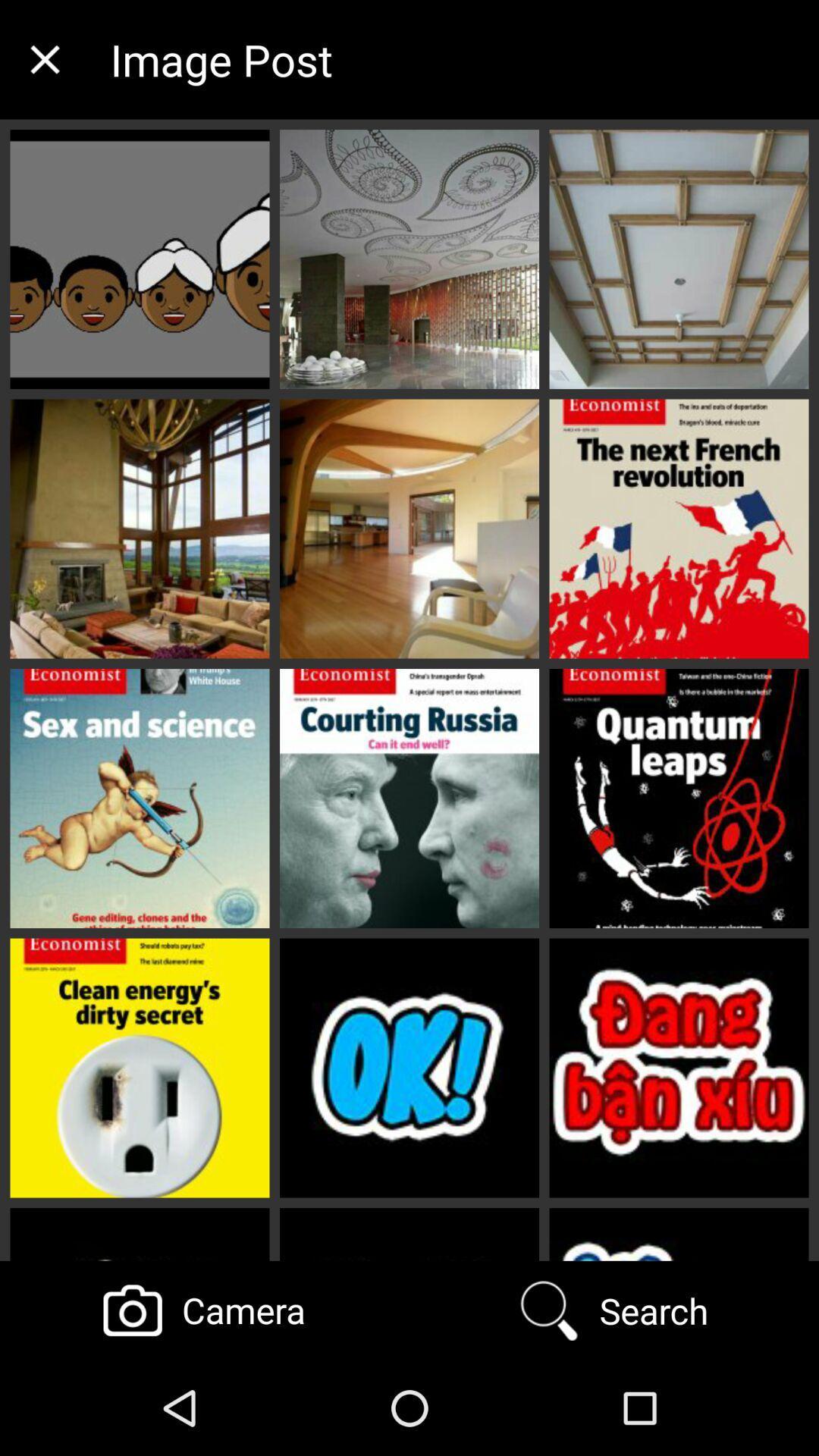 The height and width of the screenshot is (1456, 819). What do you see at coordinates (409, 529) in the screenshot?
I see `the image second row middle one` at bounding box center [409, 529].